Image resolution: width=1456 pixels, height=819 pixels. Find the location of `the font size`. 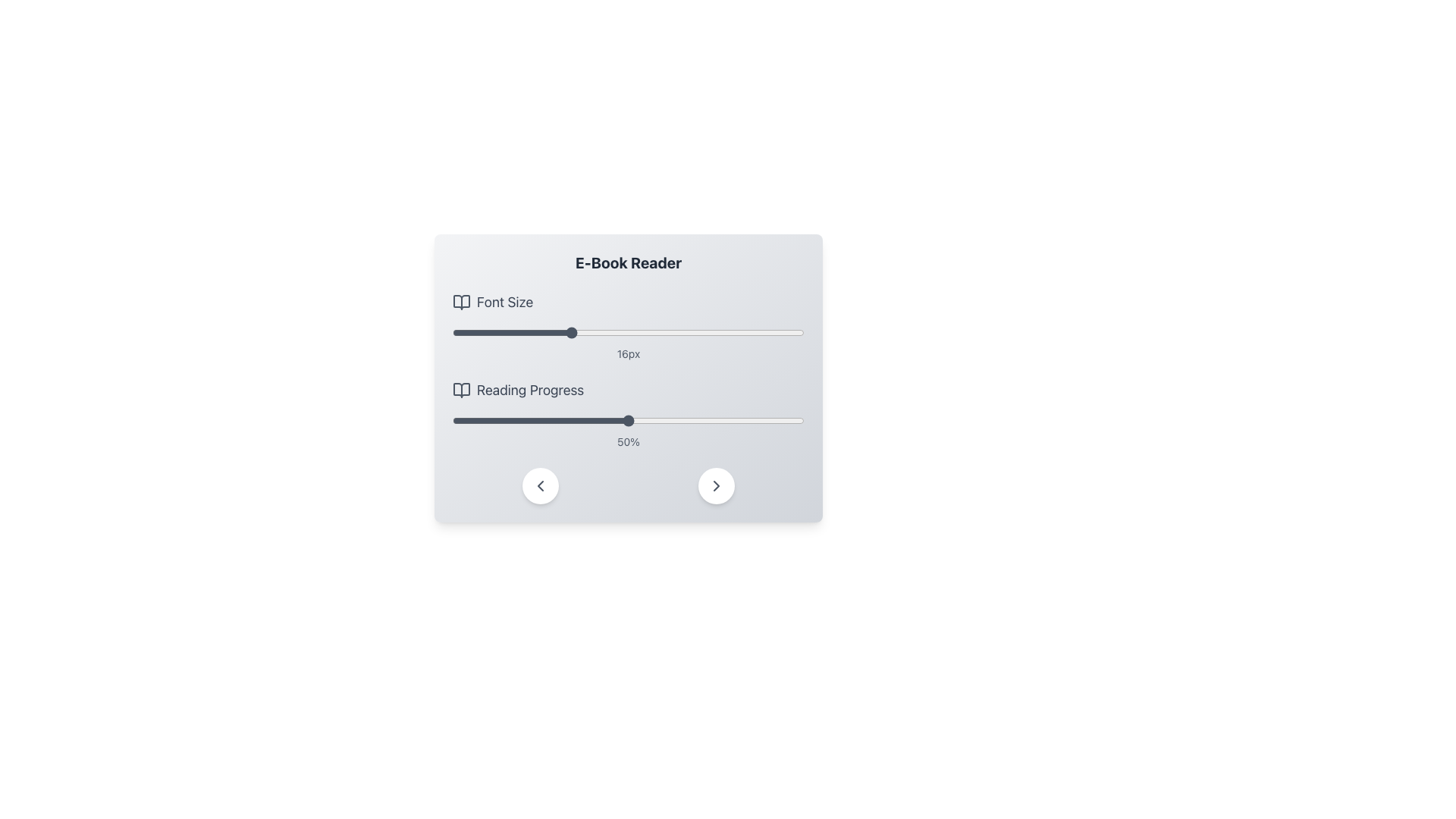

the font size is located at coordinates (569, 332).